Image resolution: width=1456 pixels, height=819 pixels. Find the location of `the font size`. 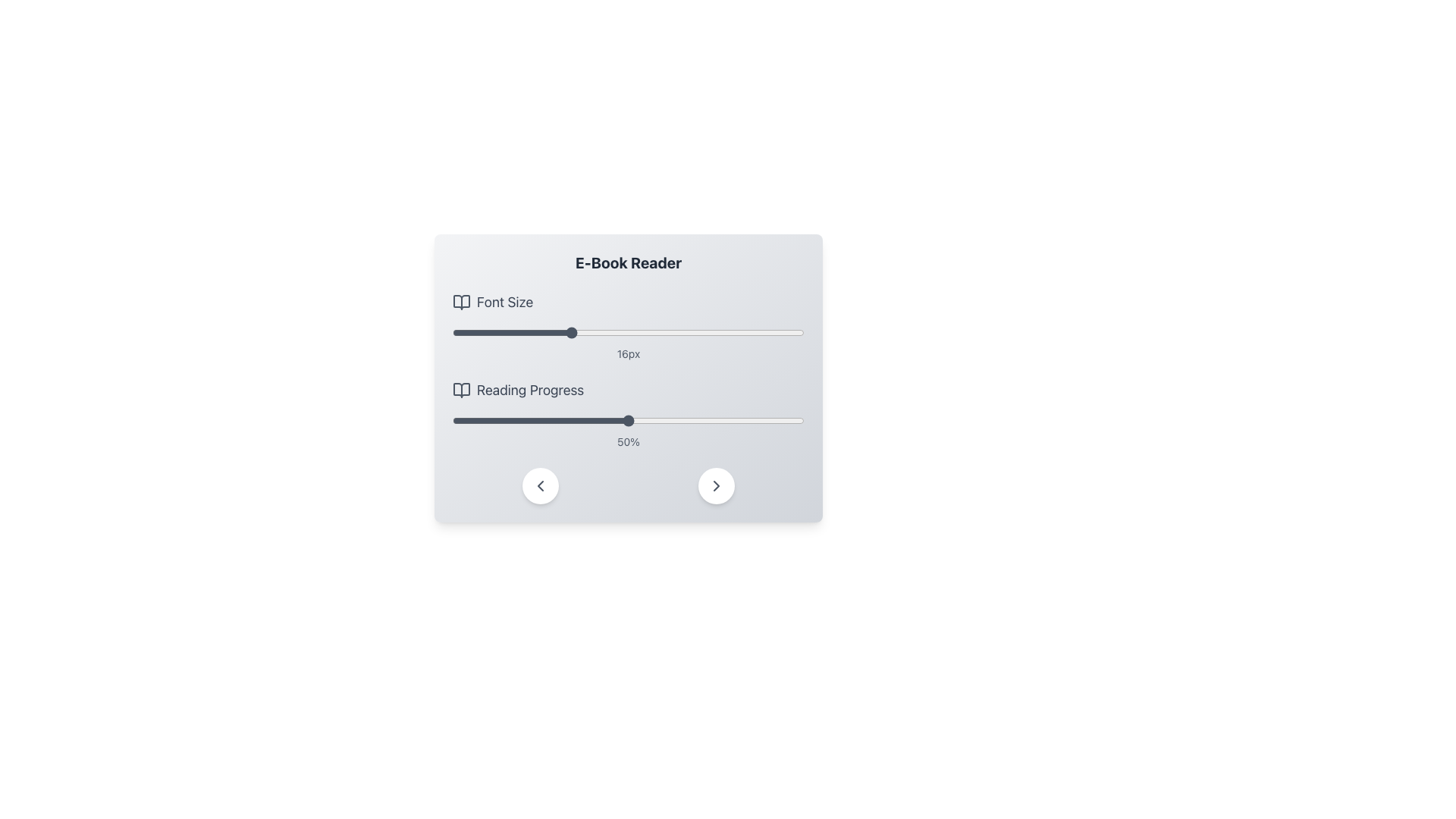

the font size is located at coordinates (569, 332).